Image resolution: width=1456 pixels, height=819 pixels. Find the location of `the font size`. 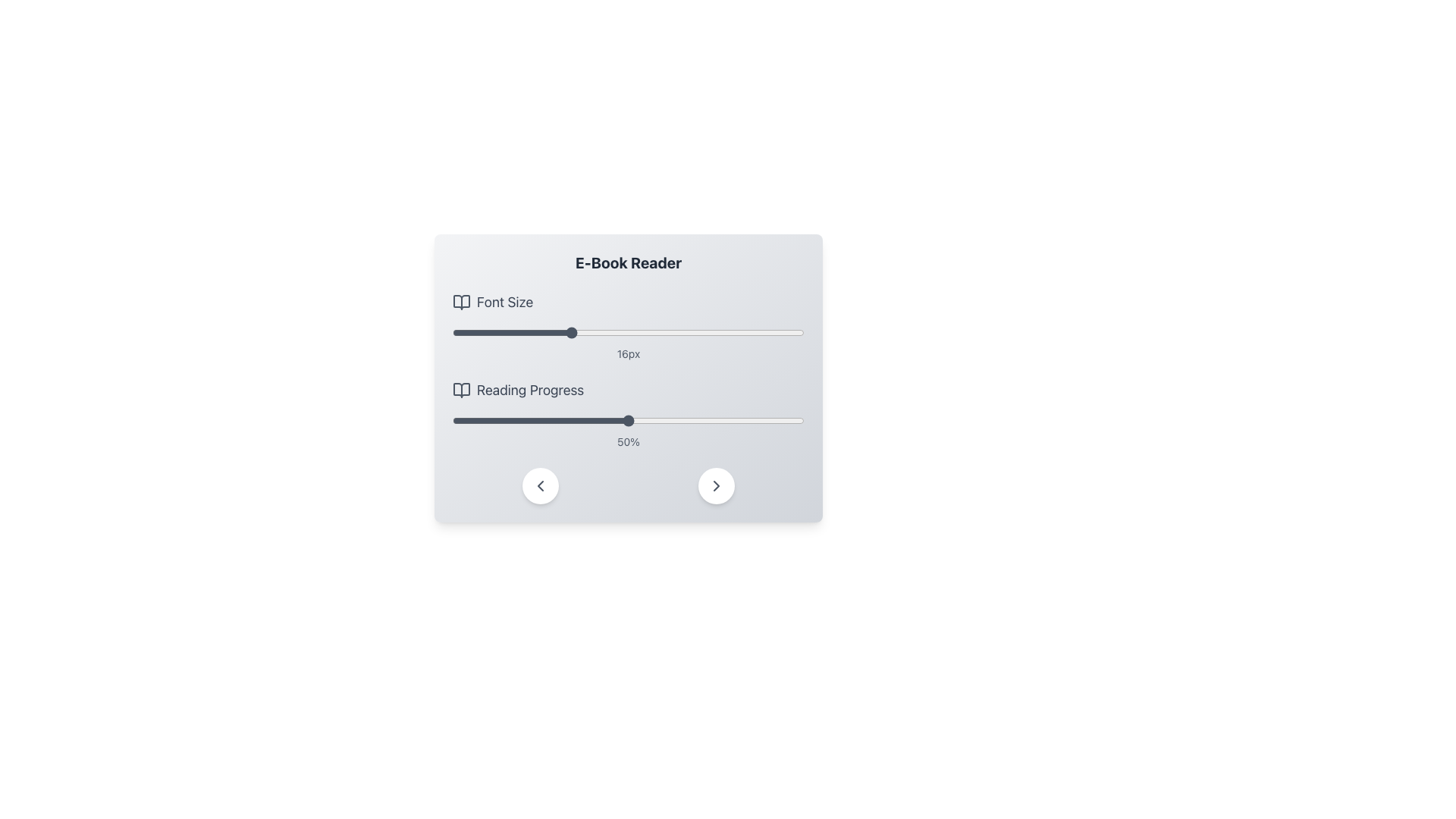

the font size is located at coordinates (569, 332).